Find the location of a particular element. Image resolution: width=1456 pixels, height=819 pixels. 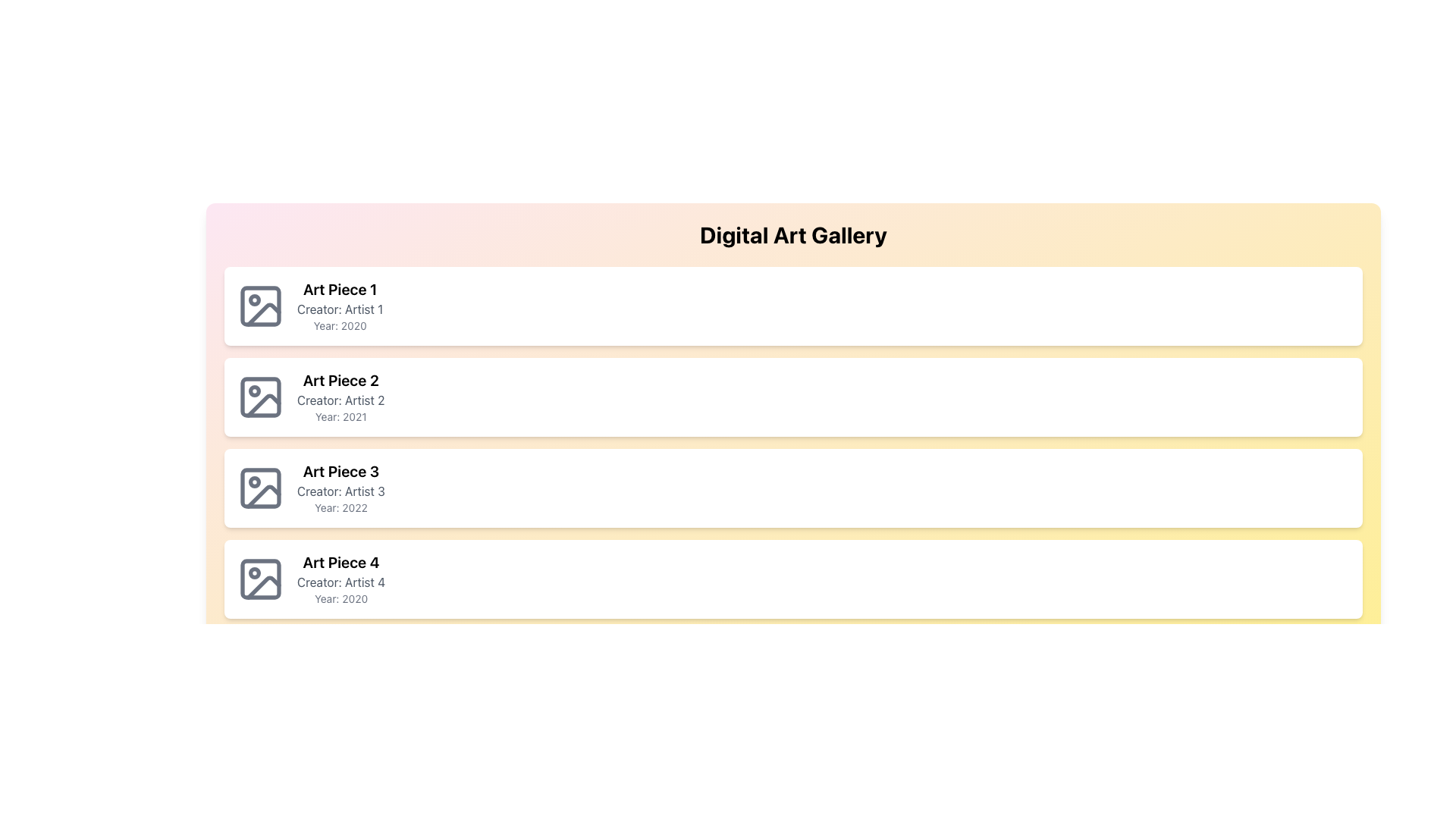

the rounded rectangular element inside the photo placeholder icon for 'Art Piece 3' located in the third row of the list is located at coordinates (261, 488).